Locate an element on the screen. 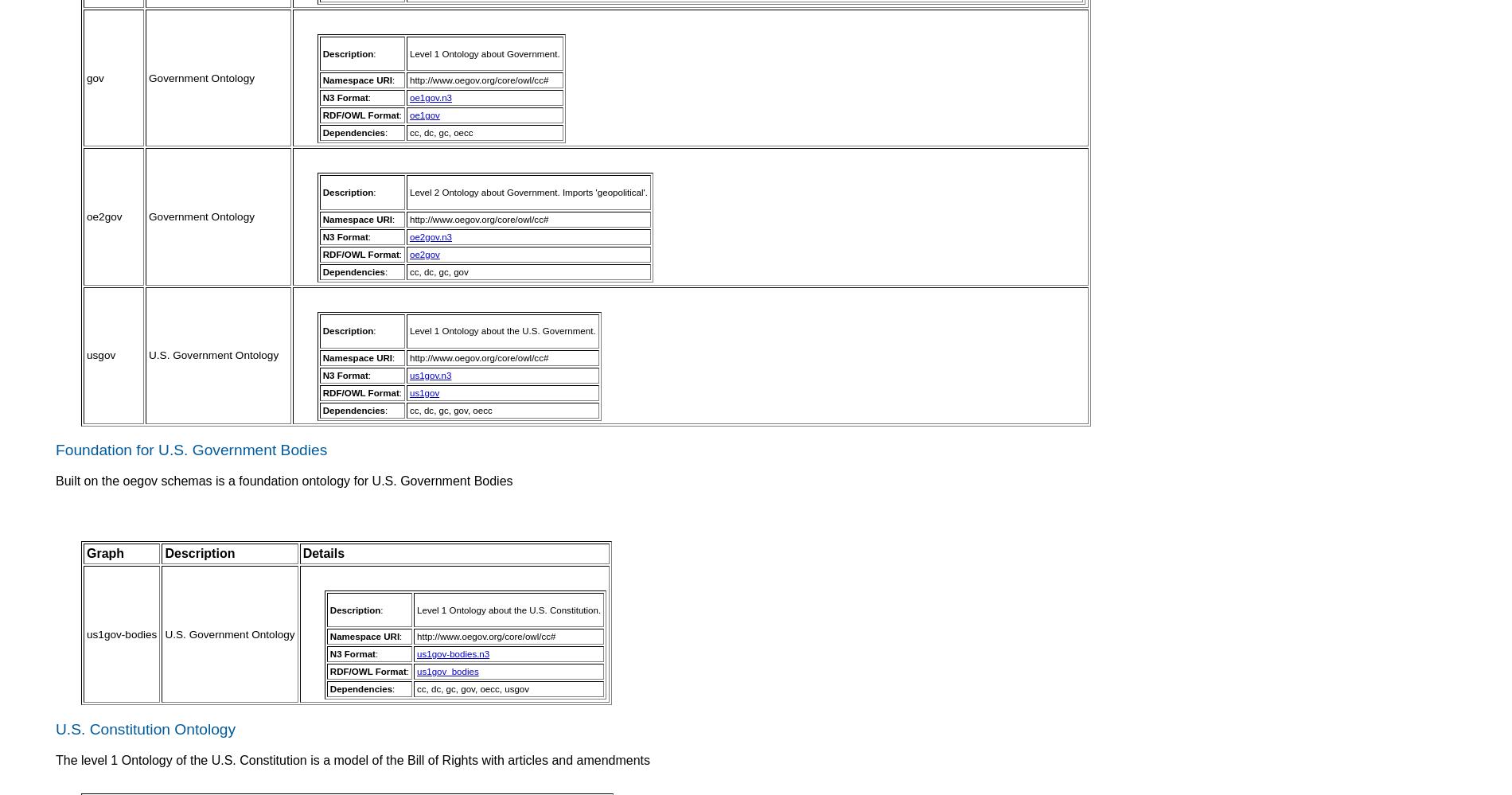  'us1gov-bodies.n3' is located at coordinates (453, 653).